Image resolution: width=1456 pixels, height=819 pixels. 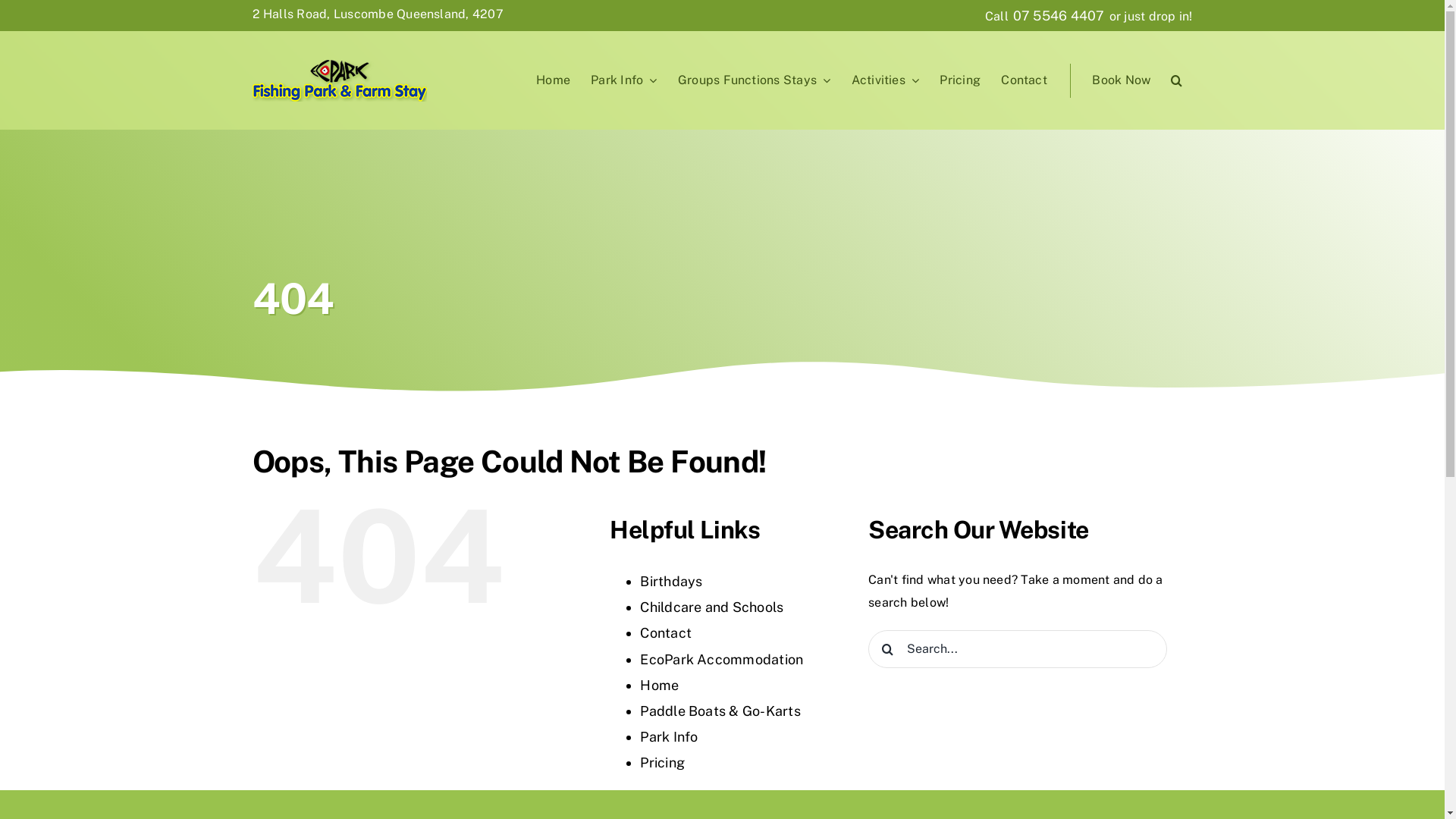 What do you see at coordinates (1122, 80) in the screenshot?
I see `'Book Now'` at bounding box center [1122, 80].